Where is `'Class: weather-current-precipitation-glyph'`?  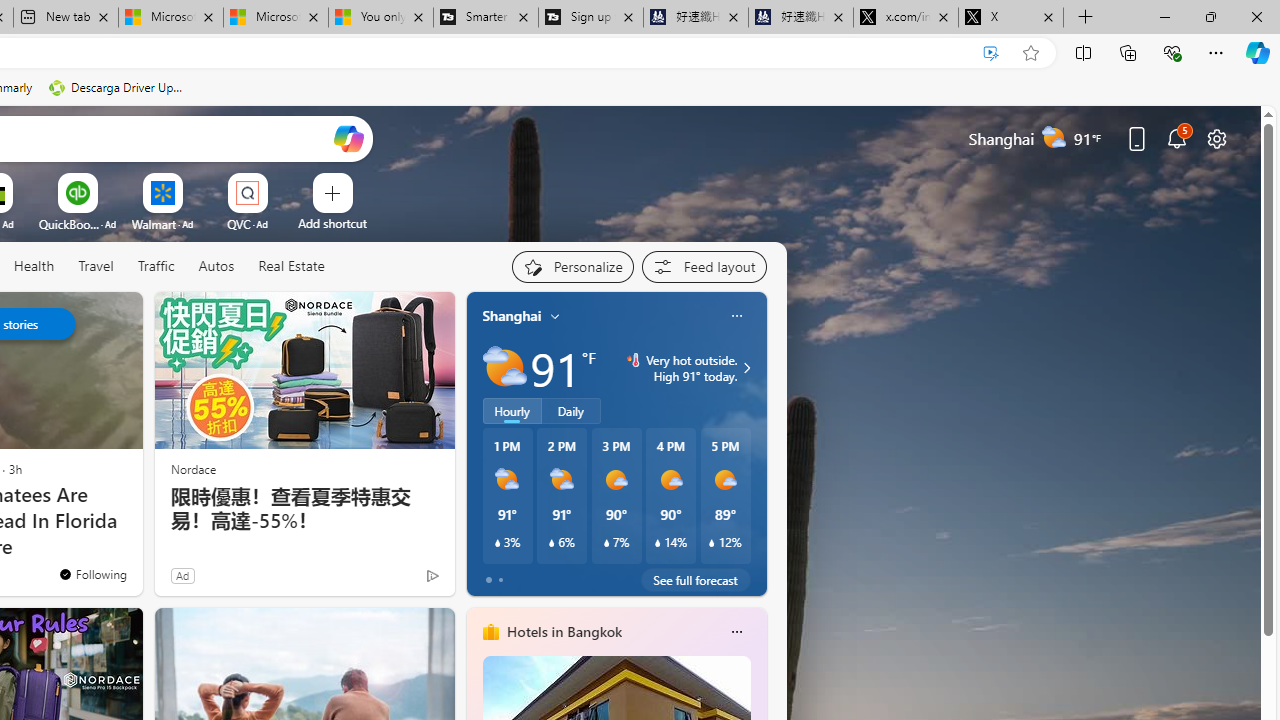 'Class: weather-current-precipitation-glyph' is located at coordinates (712, 543).